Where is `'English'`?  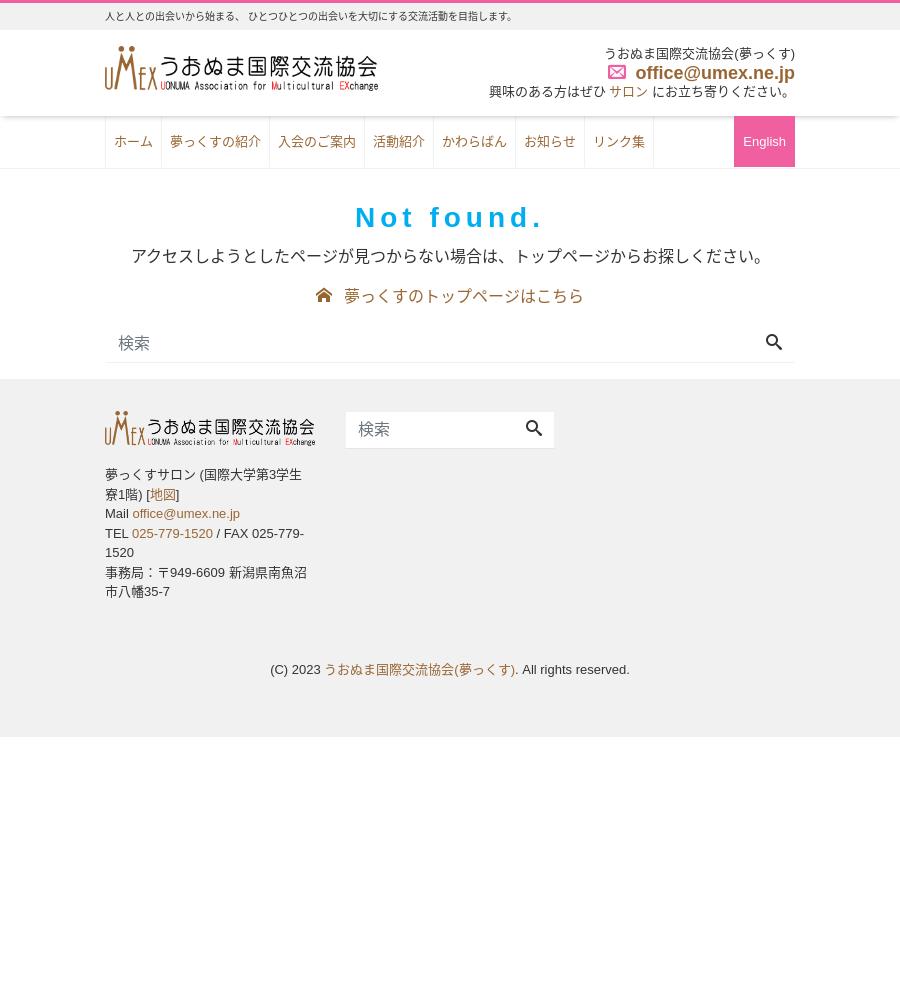
'English' is located at coordinates (763, 140).